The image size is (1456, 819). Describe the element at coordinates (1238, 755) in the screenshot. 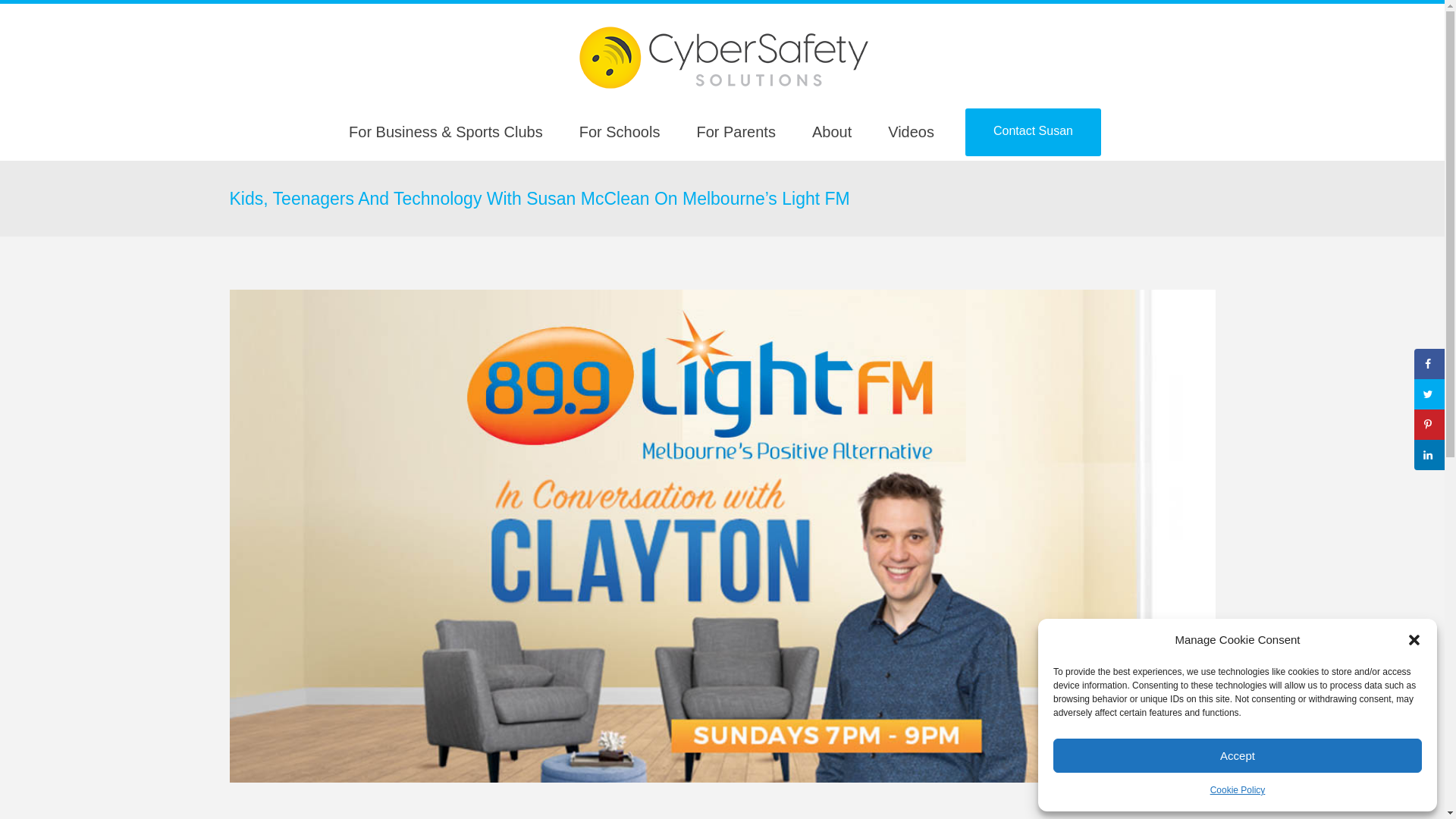

I see `'Accept'` at that location.